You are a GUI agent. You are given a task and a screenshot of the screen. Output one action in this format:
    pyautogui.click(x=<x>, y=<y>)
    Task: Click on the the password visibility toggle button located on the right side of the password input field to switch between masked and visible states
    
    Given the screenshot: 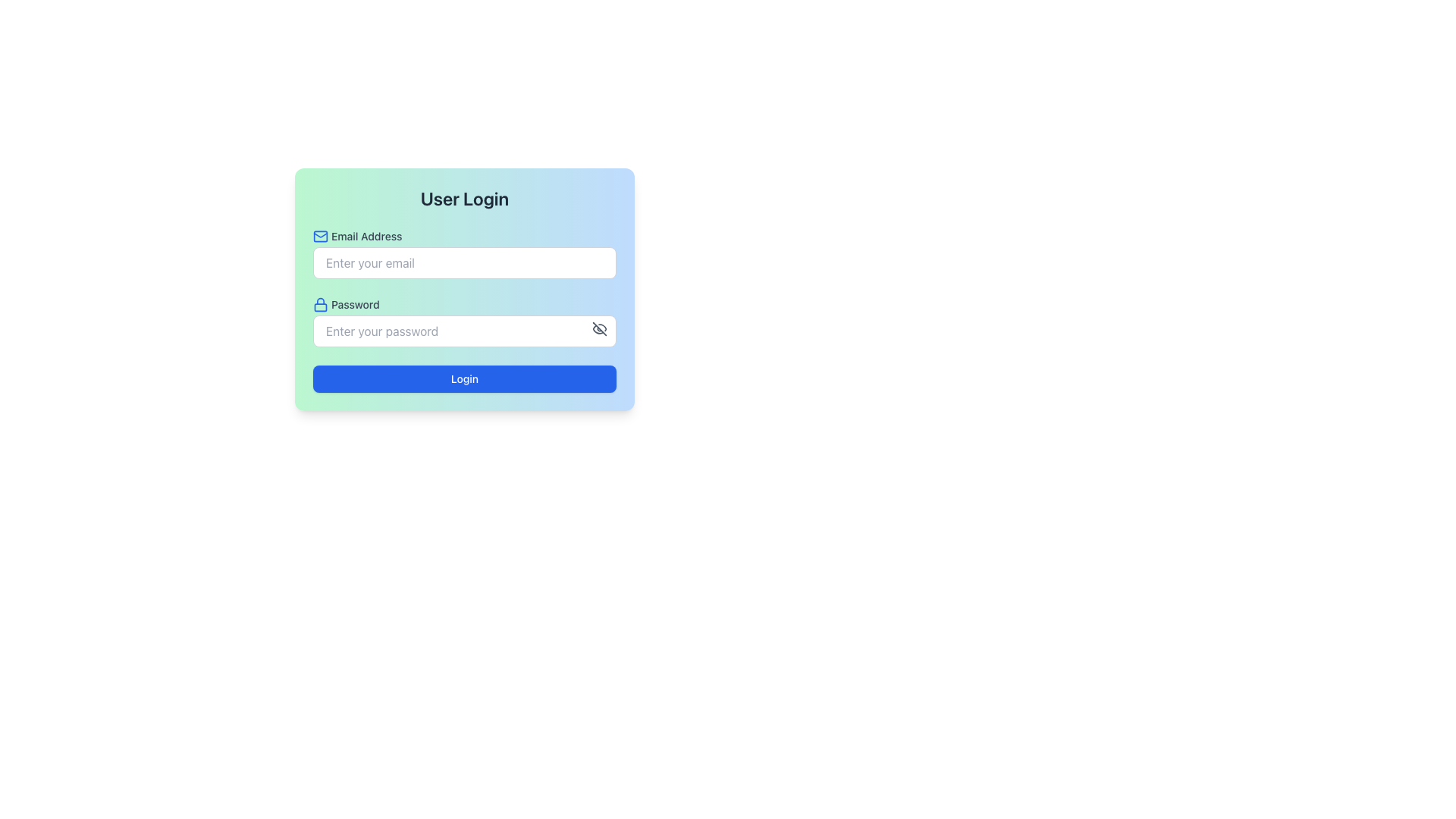 What is the action you would take?
    pyautogui.click(x=599, y=328)
    